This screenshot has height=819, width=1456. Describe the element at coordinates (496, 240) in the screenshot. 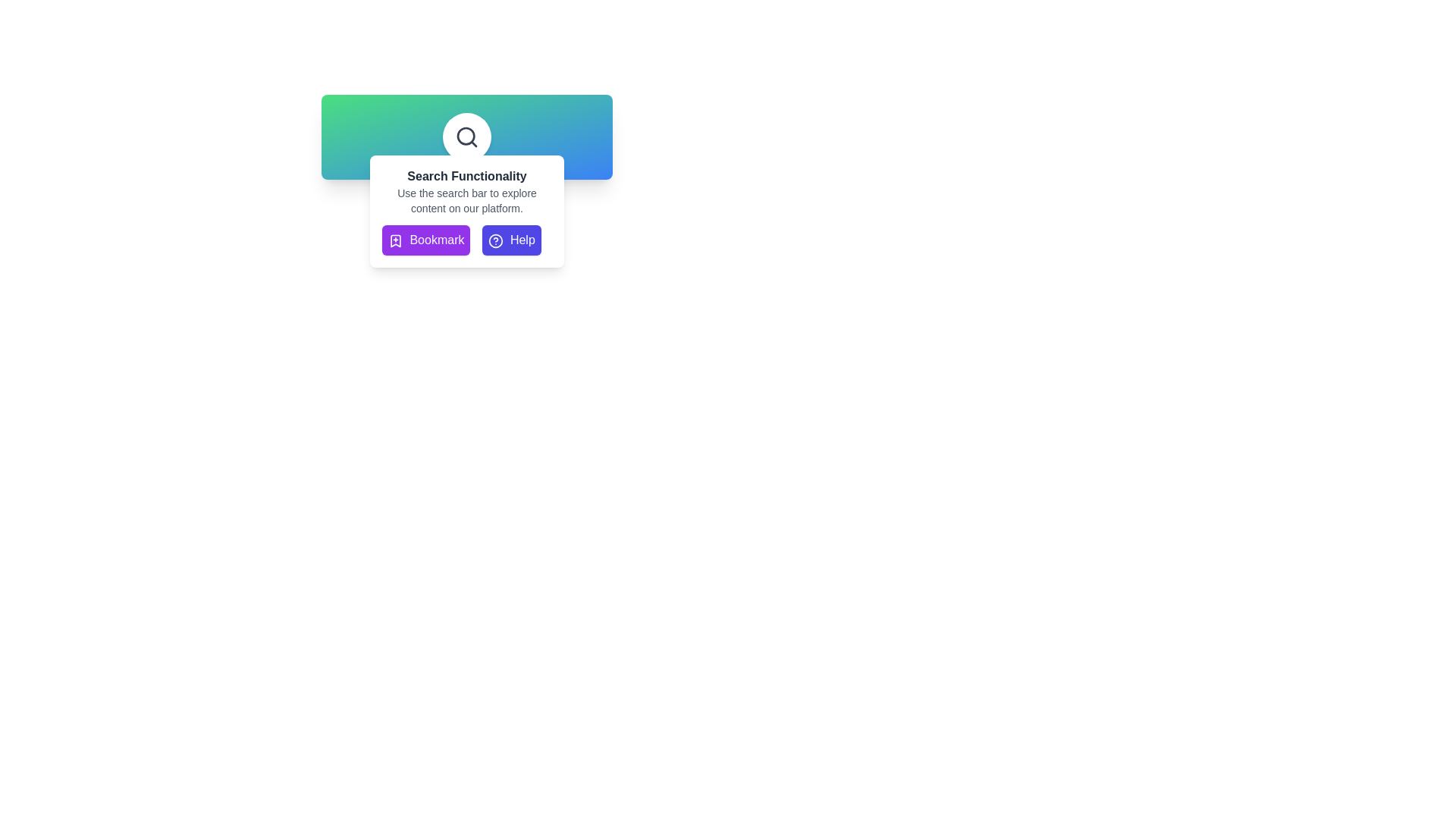

I see `the Help button icon, which serves as a visual indicator to provide help-related information or actions` at that location.